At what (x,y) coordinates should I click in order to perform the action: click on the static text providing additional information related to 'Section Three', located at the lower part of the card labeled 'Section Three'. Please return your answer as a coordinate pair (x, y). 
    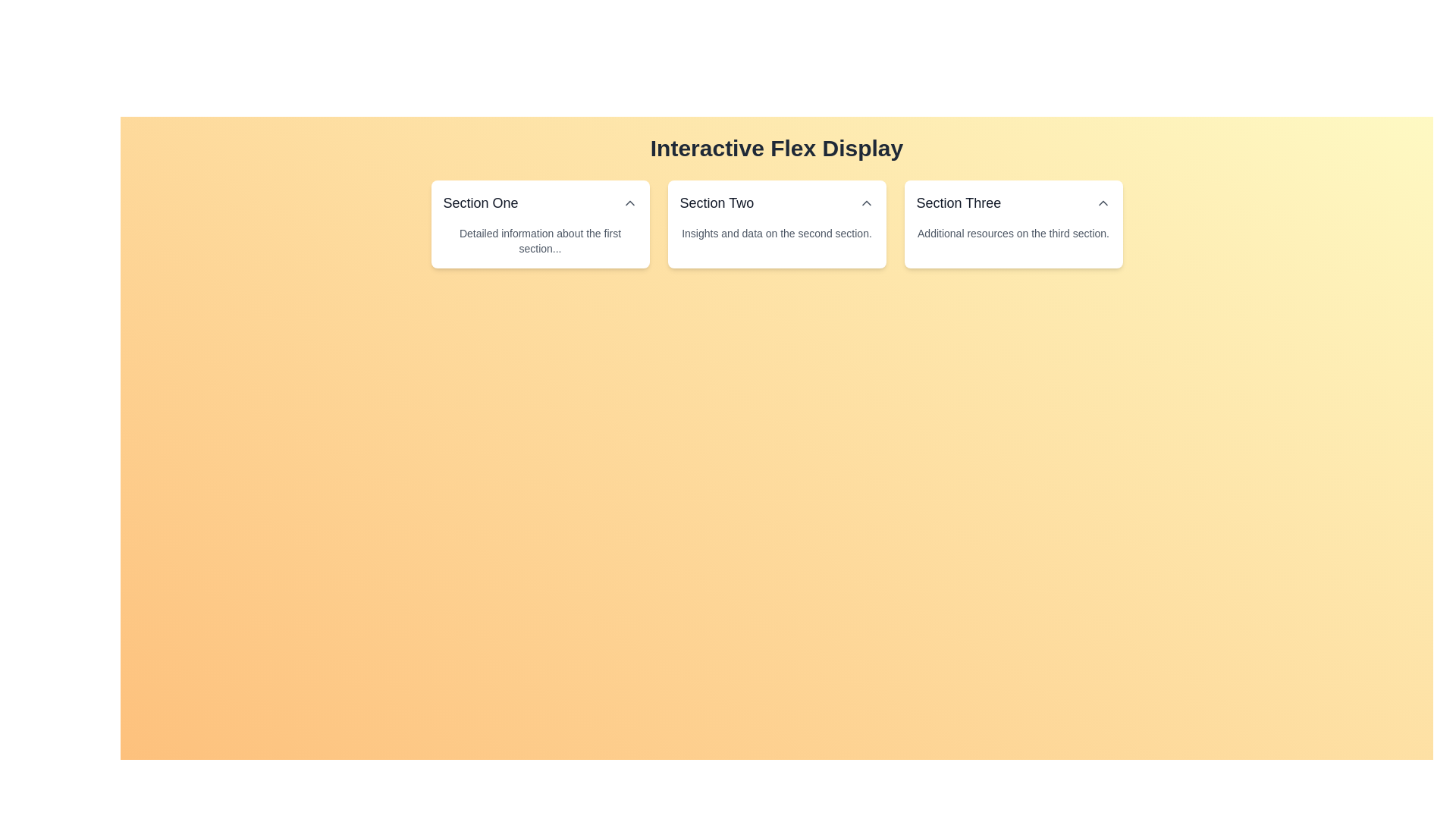
    Looking at the image, I should click on (1013, 234).